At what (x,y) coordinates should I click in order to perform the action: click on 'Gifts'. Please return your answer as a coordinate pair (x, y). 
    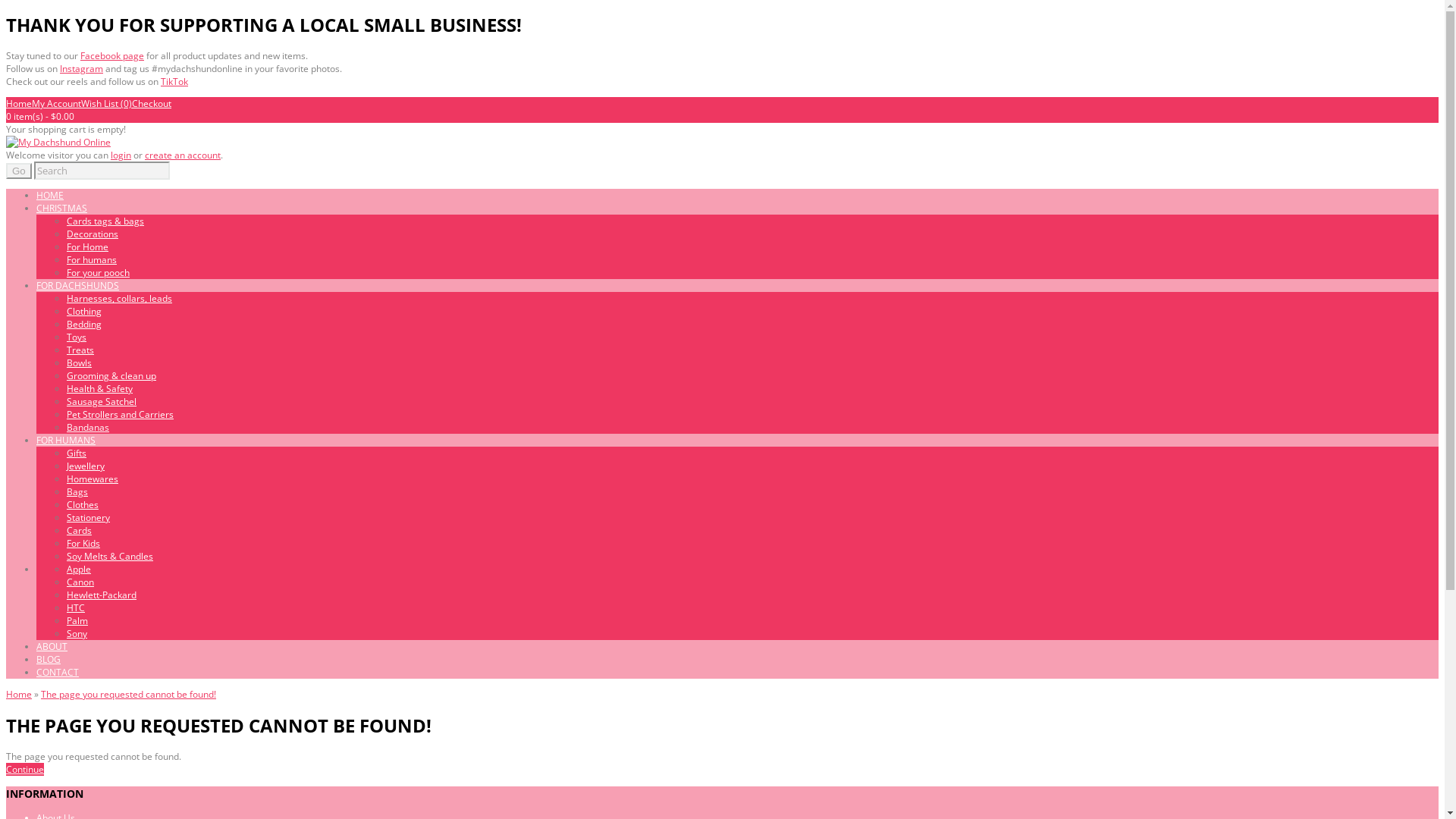
    Looking at the image, I should click on (65, 452).